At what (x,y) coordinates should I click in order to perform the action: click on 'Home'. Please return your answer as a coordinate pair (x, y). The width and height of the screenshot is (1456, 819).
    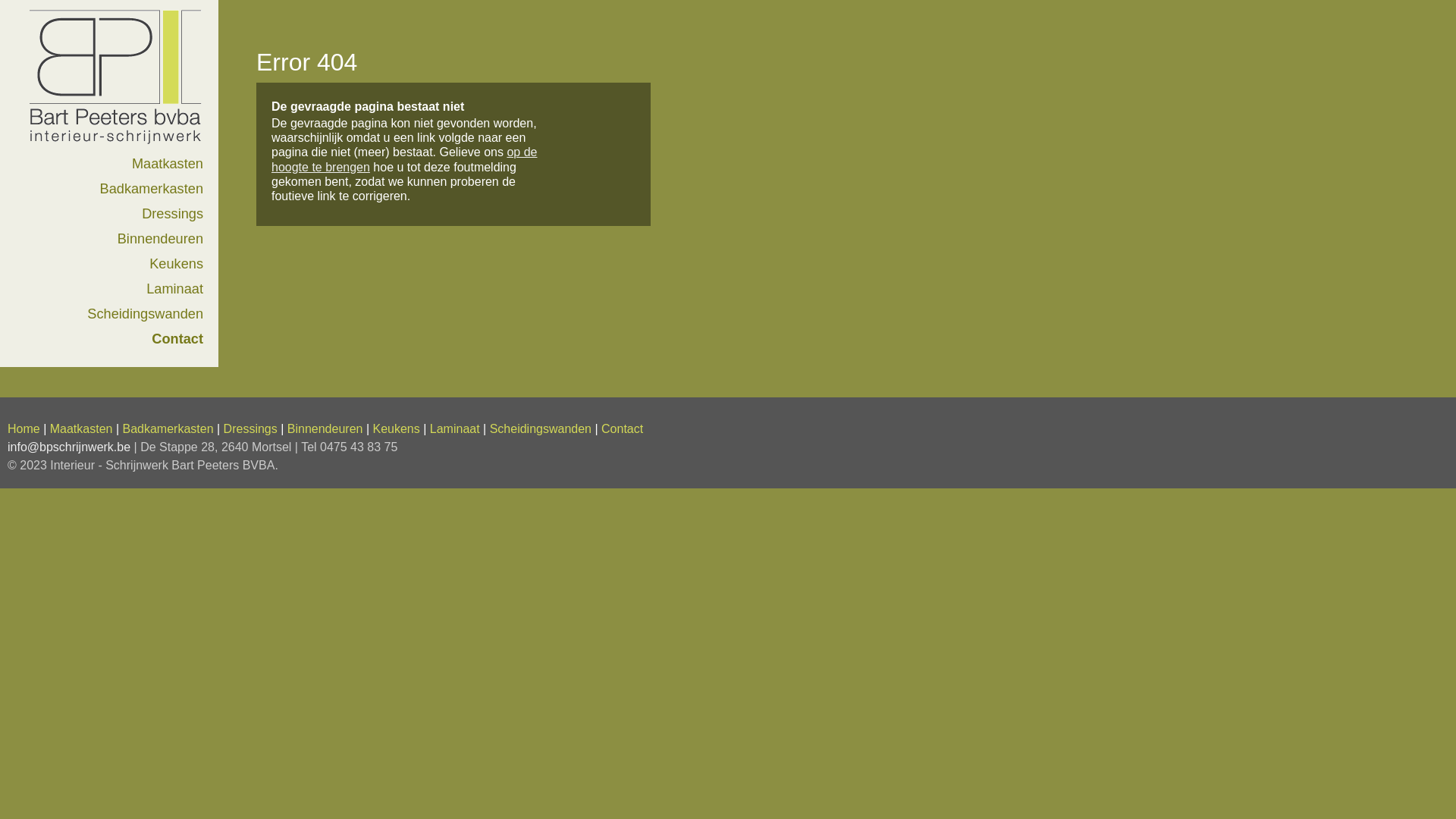
    Looking at the image, I should click on (7, 428).